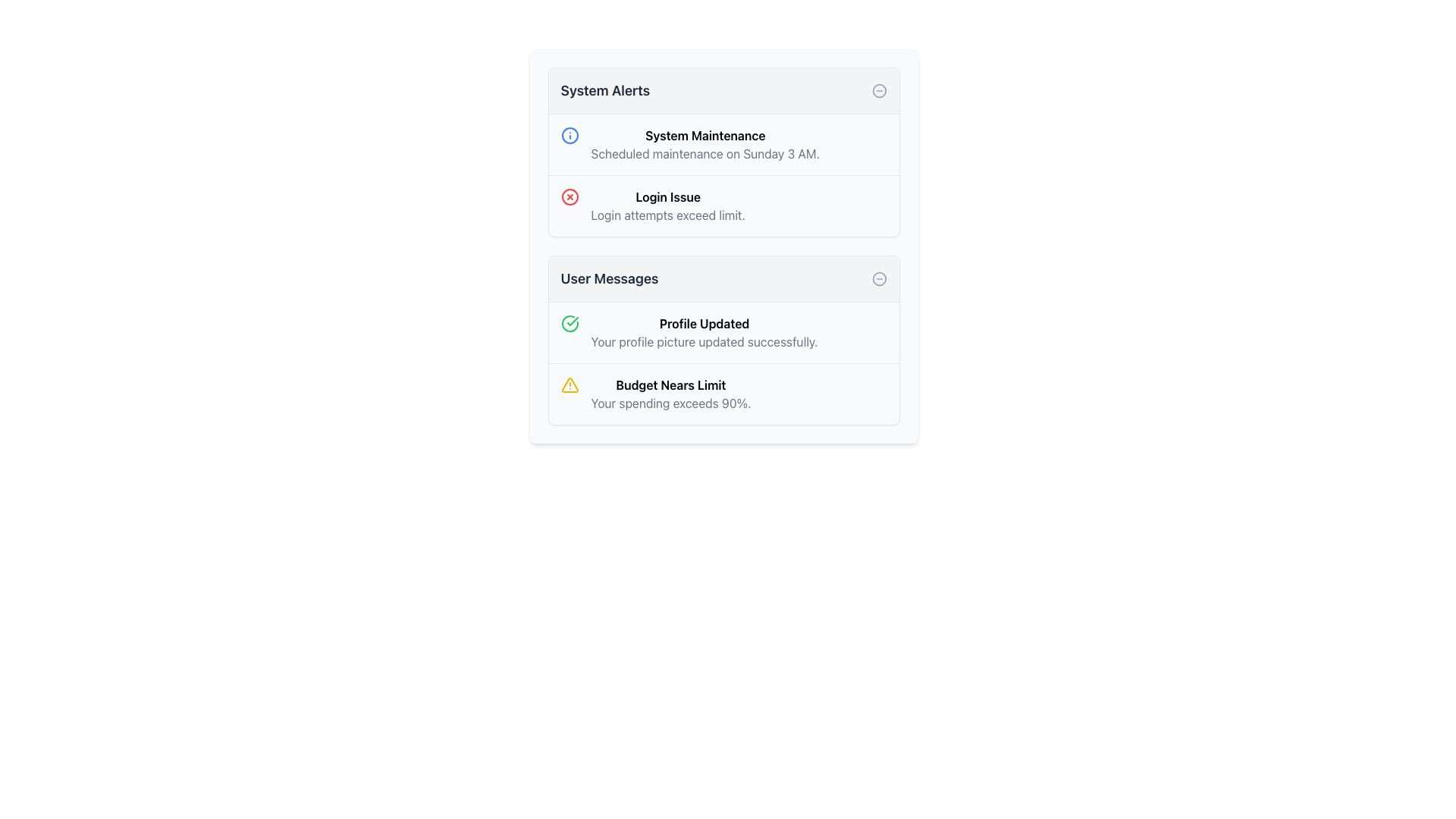 Image resolution: width=1456 pixels, height=819 pixels. What do you see at coordinates (569, 134) in the screenshot?
I see `the informational icon next to the 'System Maintenance' alert in the 'System Alerts' section` at bounding box center [569, 134].